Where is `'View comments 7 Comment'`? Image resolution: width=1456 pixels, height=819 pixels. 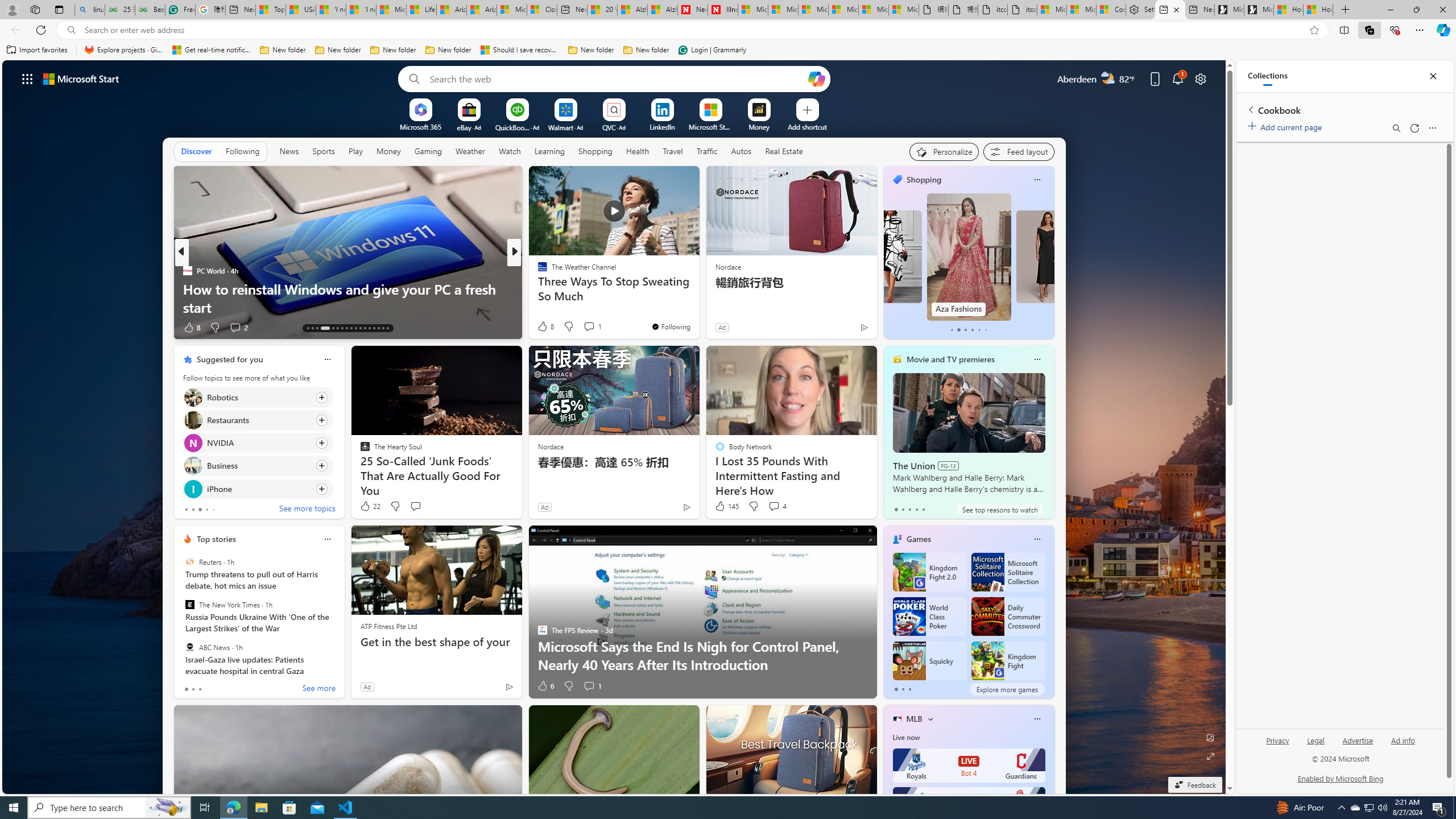 'View comments 7 Comment' is located at coordinates (591, 327).